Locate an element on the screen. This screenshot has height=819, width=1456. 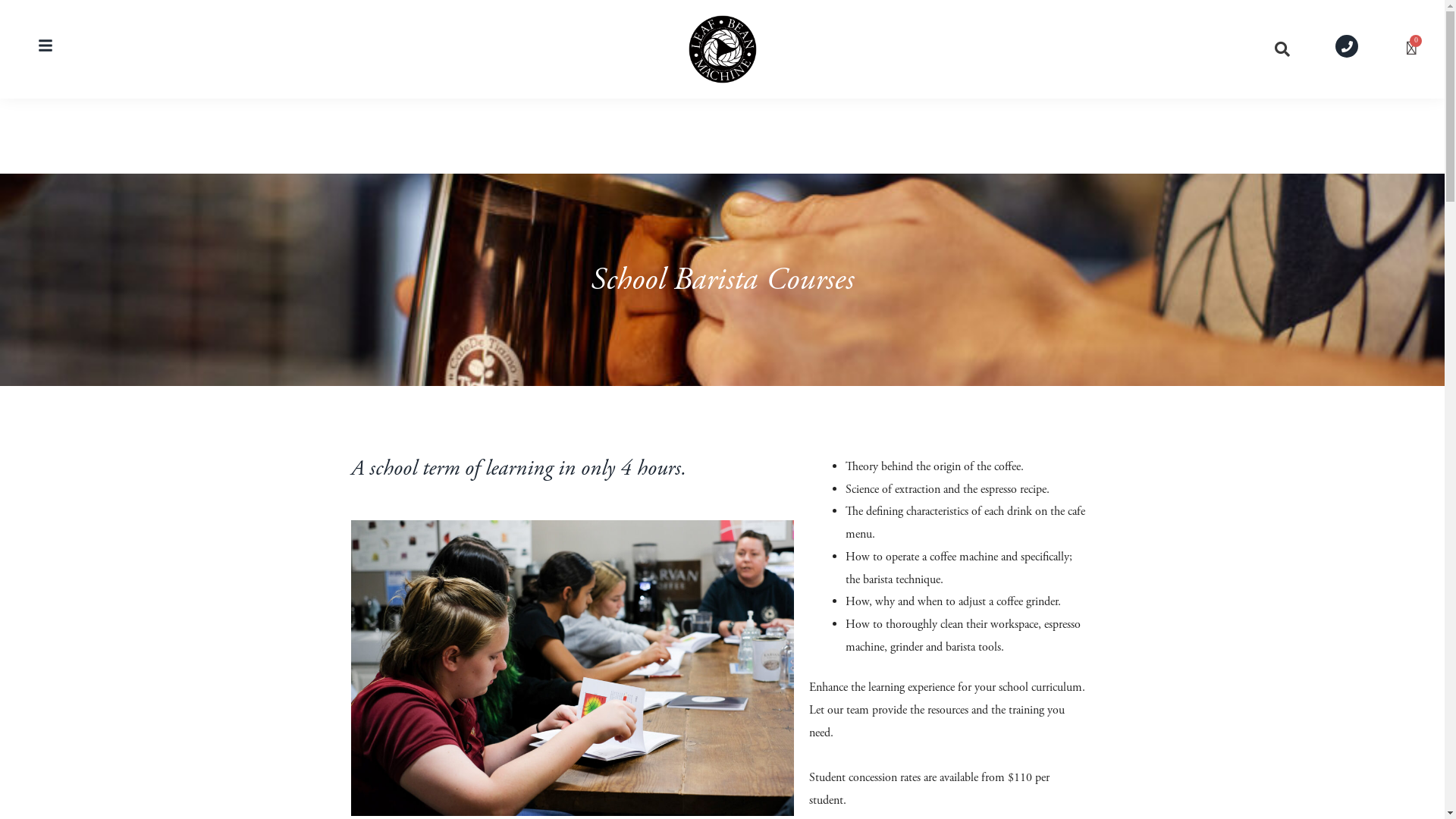
'Phone' is located at coordinates (1347, 45).